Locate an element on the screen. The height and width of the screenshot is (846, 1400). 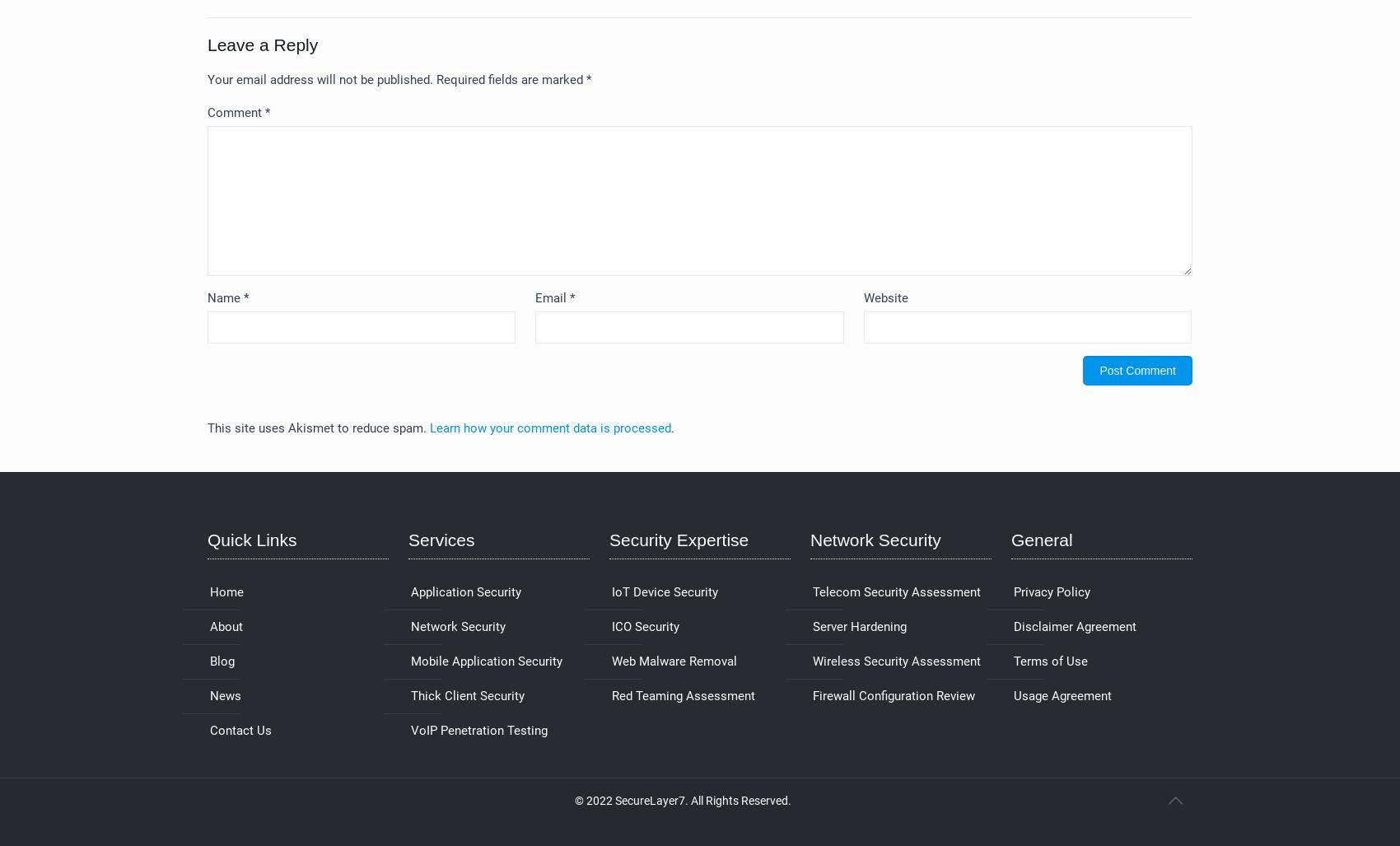
'Learn how your comment data is processed' is located at coordinates (430, 427).